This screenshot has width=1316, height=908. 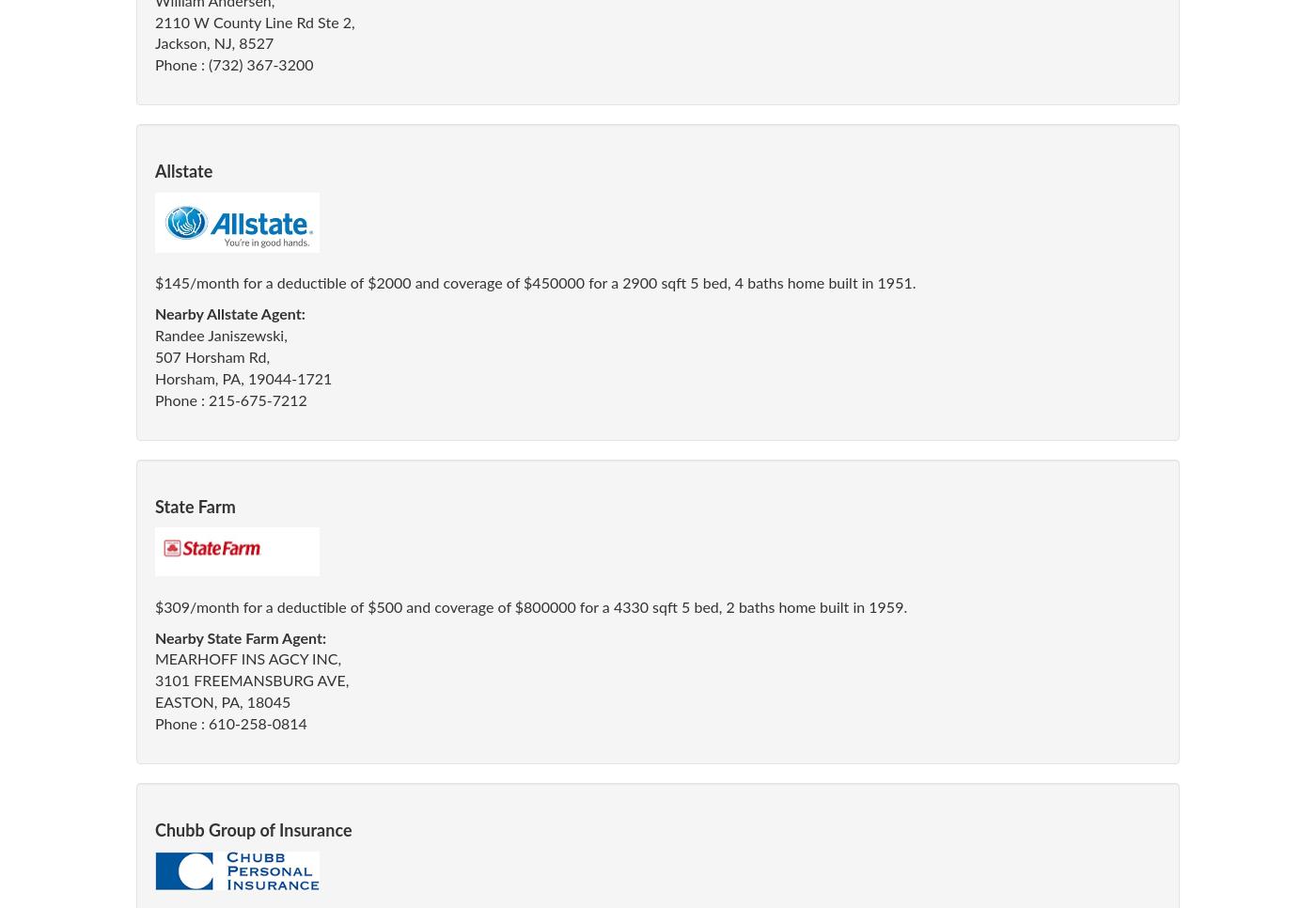 I want to click on 'Nearby State Farm Agent:', so click(x=241, y=638).